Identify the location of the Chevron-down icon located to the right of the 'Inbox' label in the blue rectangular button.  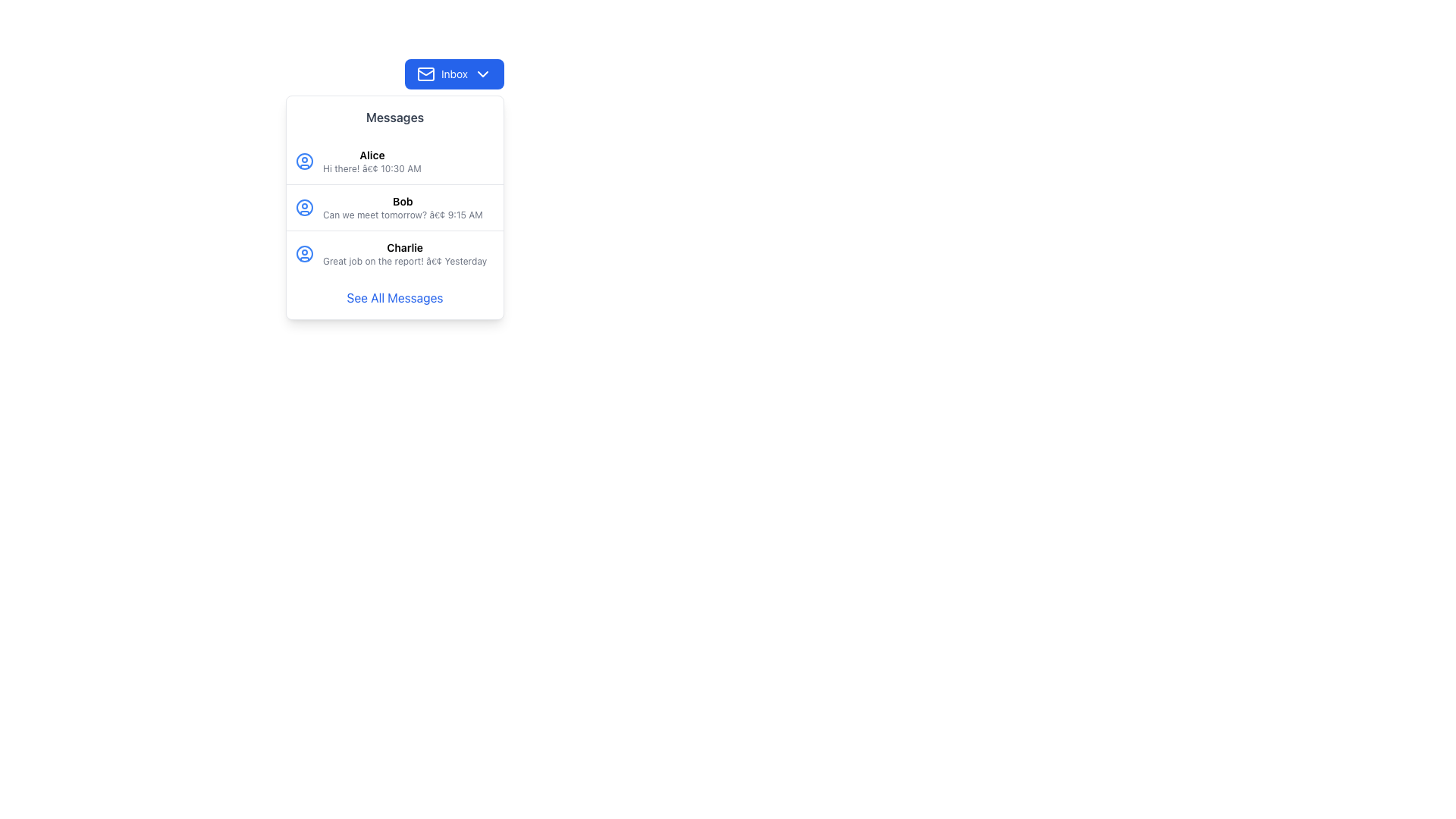
(482, 74).